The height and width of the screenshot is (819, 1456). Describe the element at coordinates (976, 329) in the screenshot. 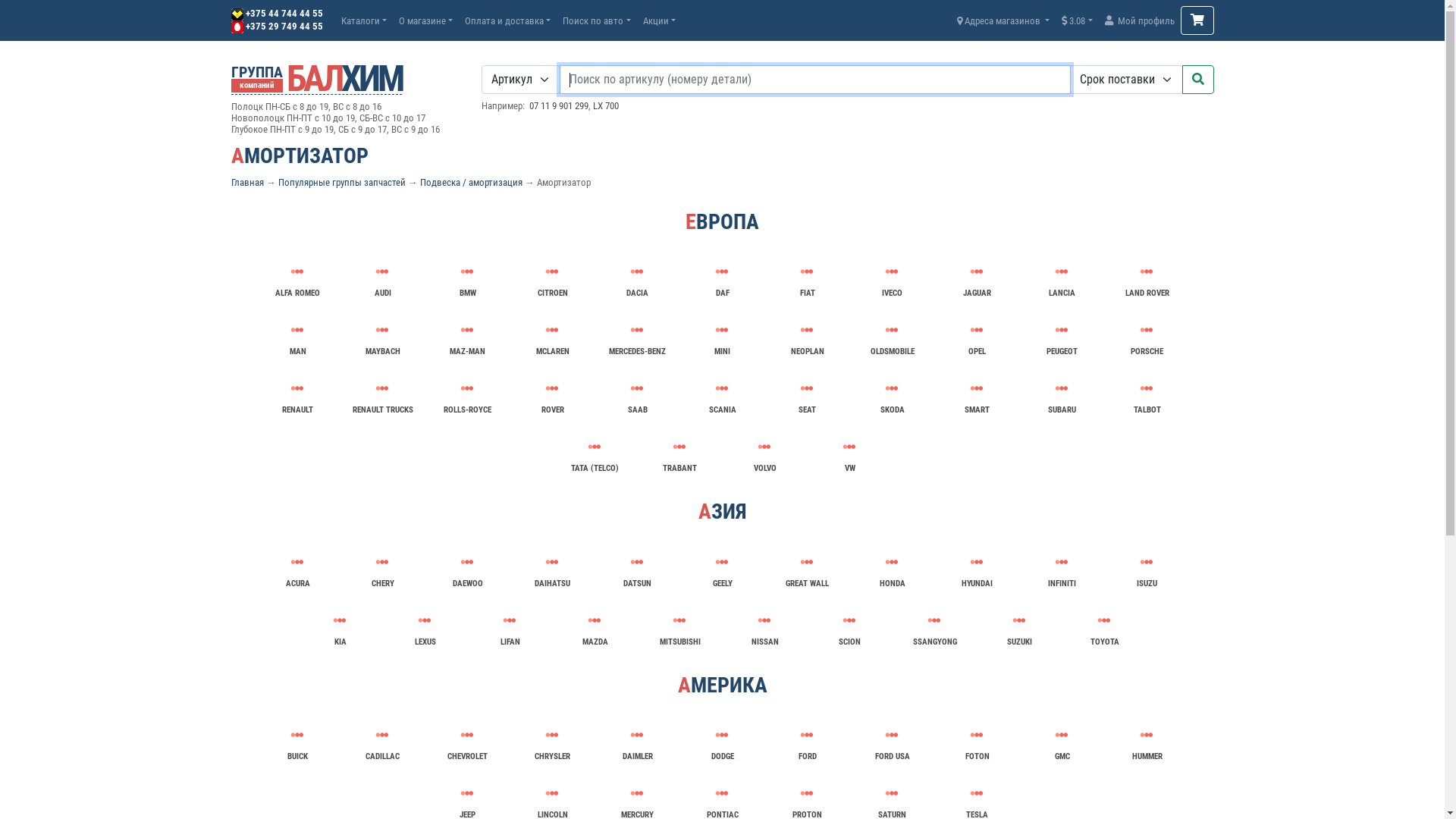

I see `'OPEL'` at that location.